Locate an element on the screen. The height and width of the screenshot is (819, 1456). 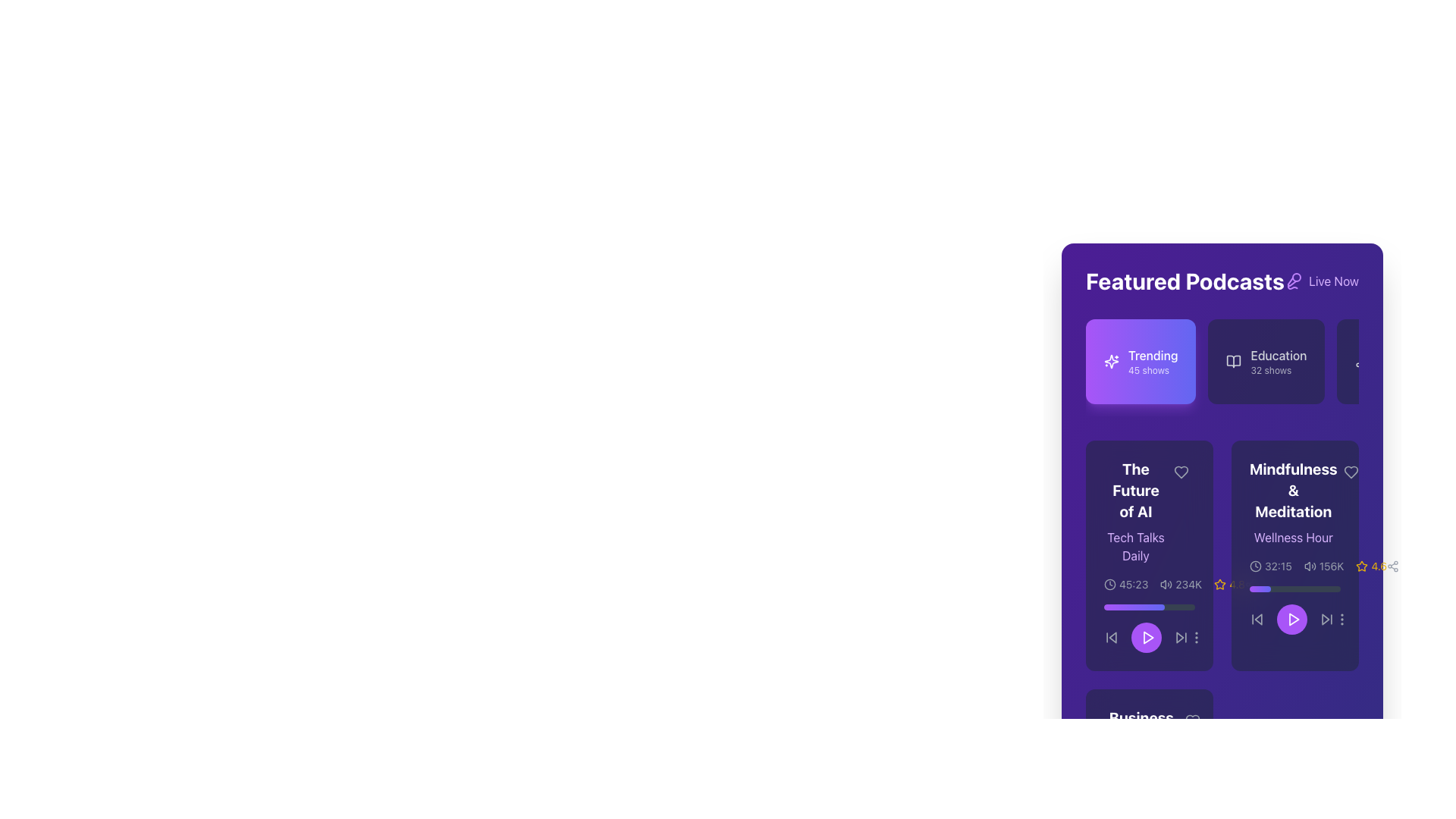
the text label displaying the numerical value of plays or listeners for the podcast 'The Future of AI' located under the 'Trending' section, adjacent to a speaker icon is located at coordinates (1180, 584).